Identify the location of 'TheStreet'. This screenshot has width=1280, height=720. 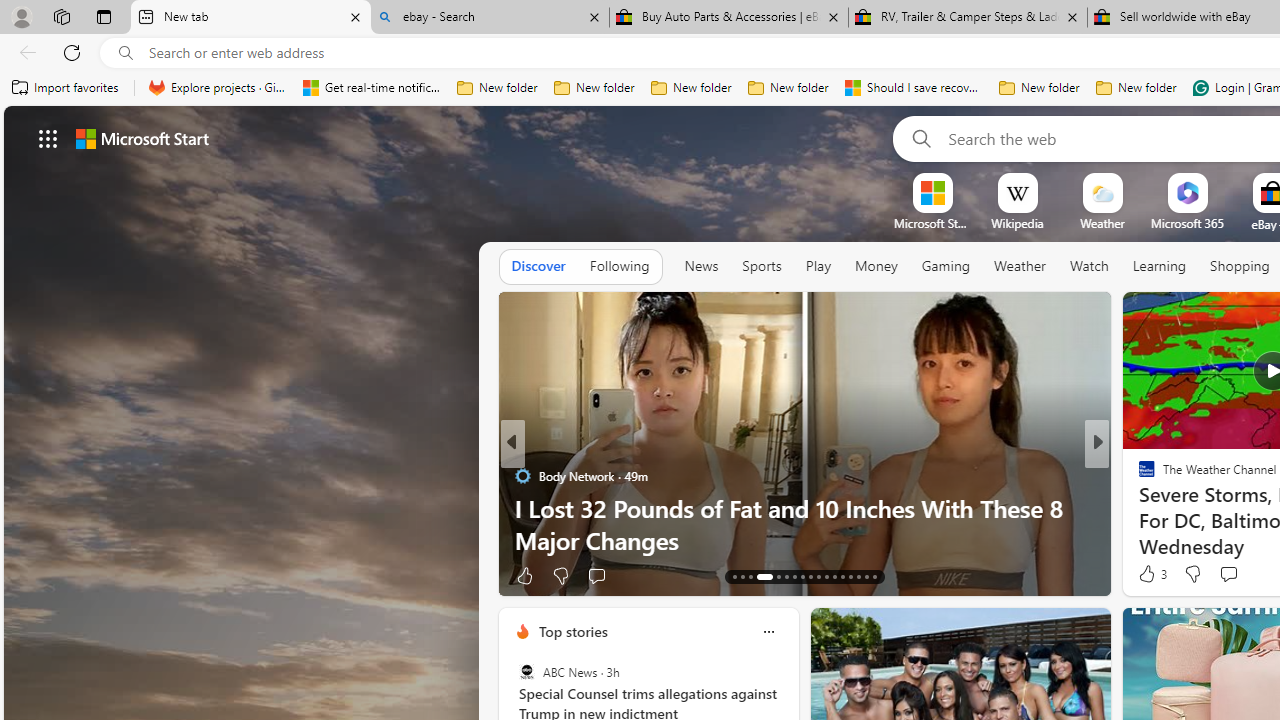
(1138, 506).